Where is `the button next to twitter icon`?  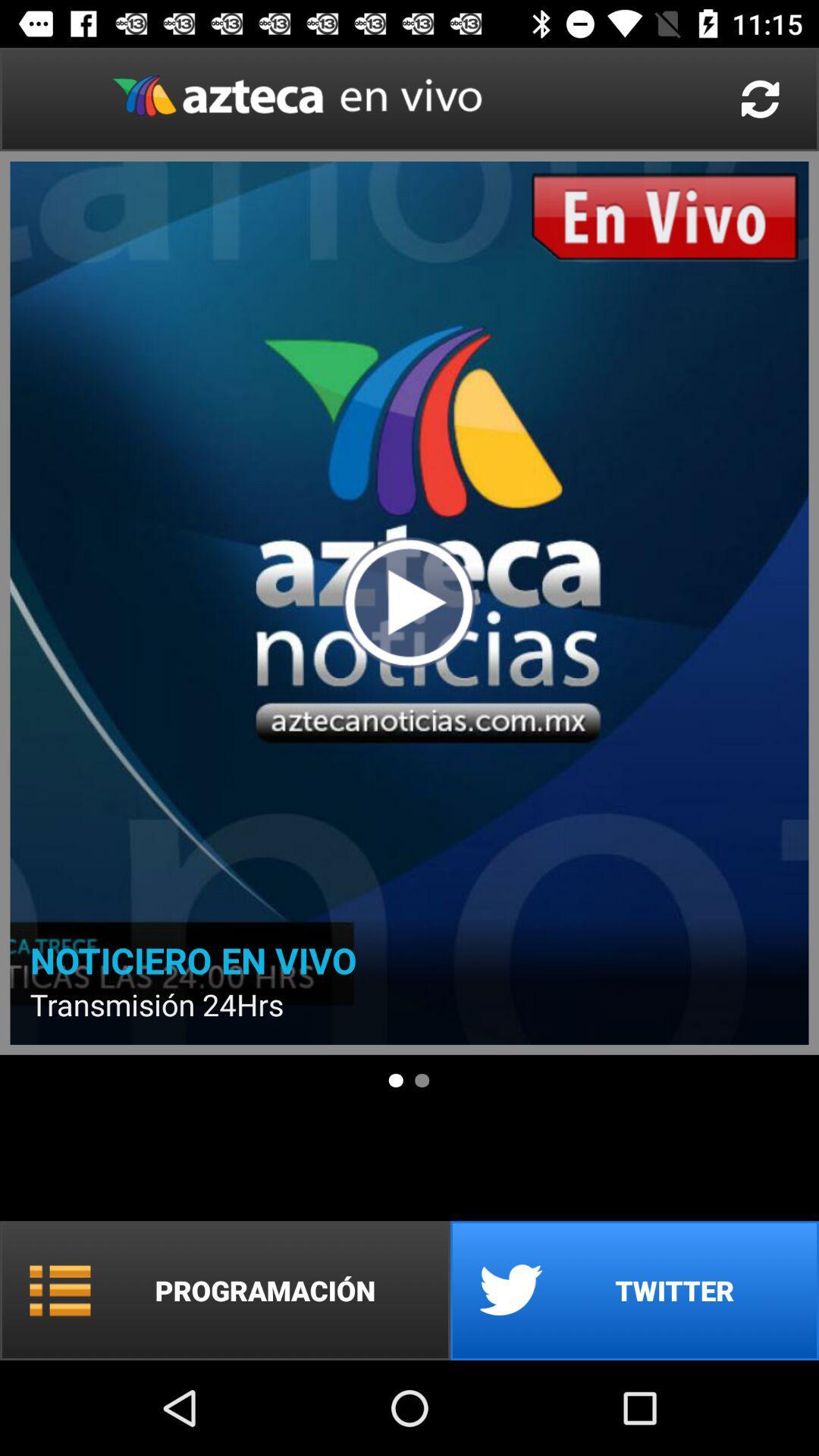 the button next to twitter icon is located at coordinates (225, 1290).